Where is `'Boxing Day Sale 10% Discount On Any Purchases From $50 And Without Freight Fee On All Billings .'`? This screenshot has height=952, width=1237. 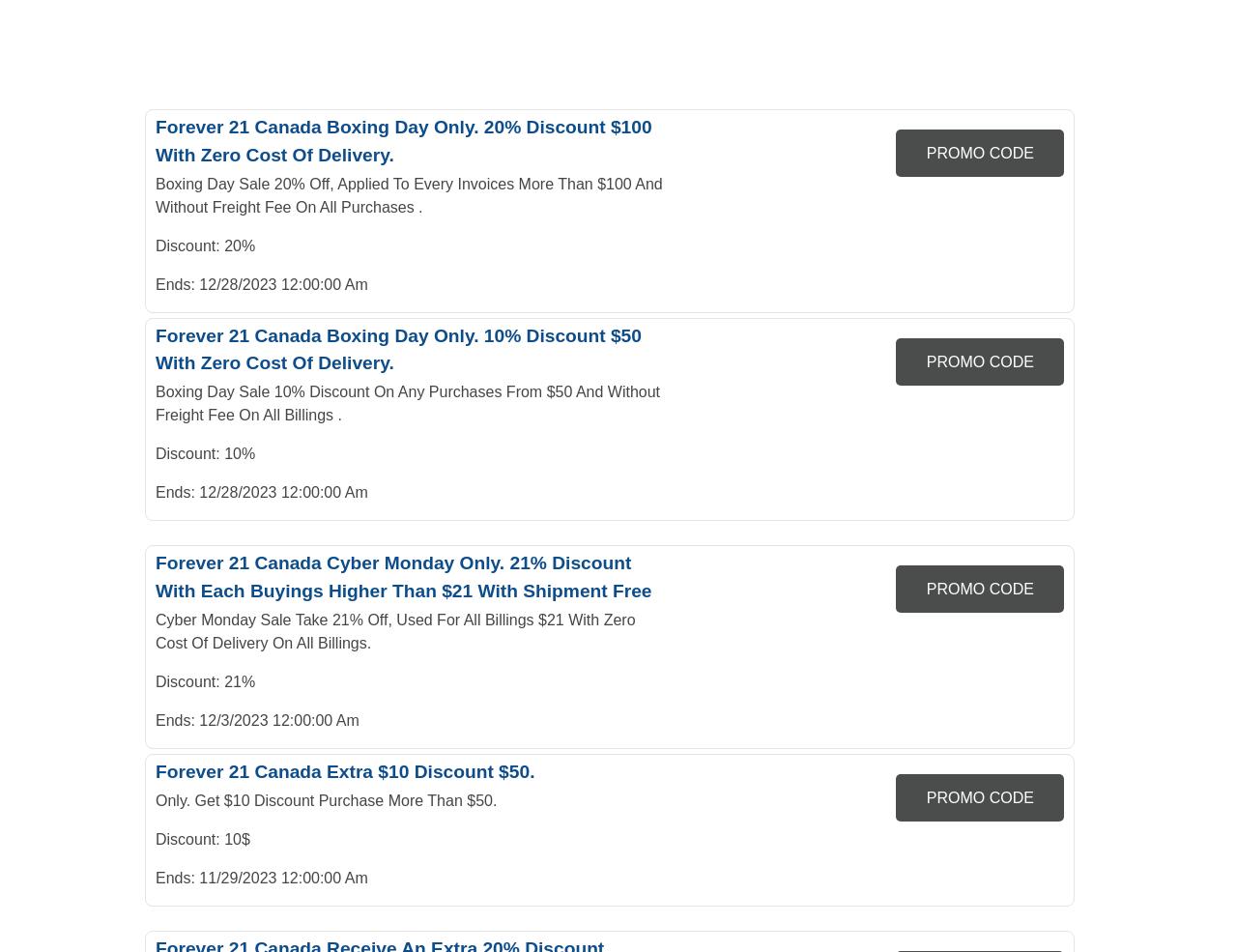
'Boxing Day Sale 10% Discount On Any Purchases From $50 And Without Freight Fee On All Billings .' is located at coordinates (407, 402).